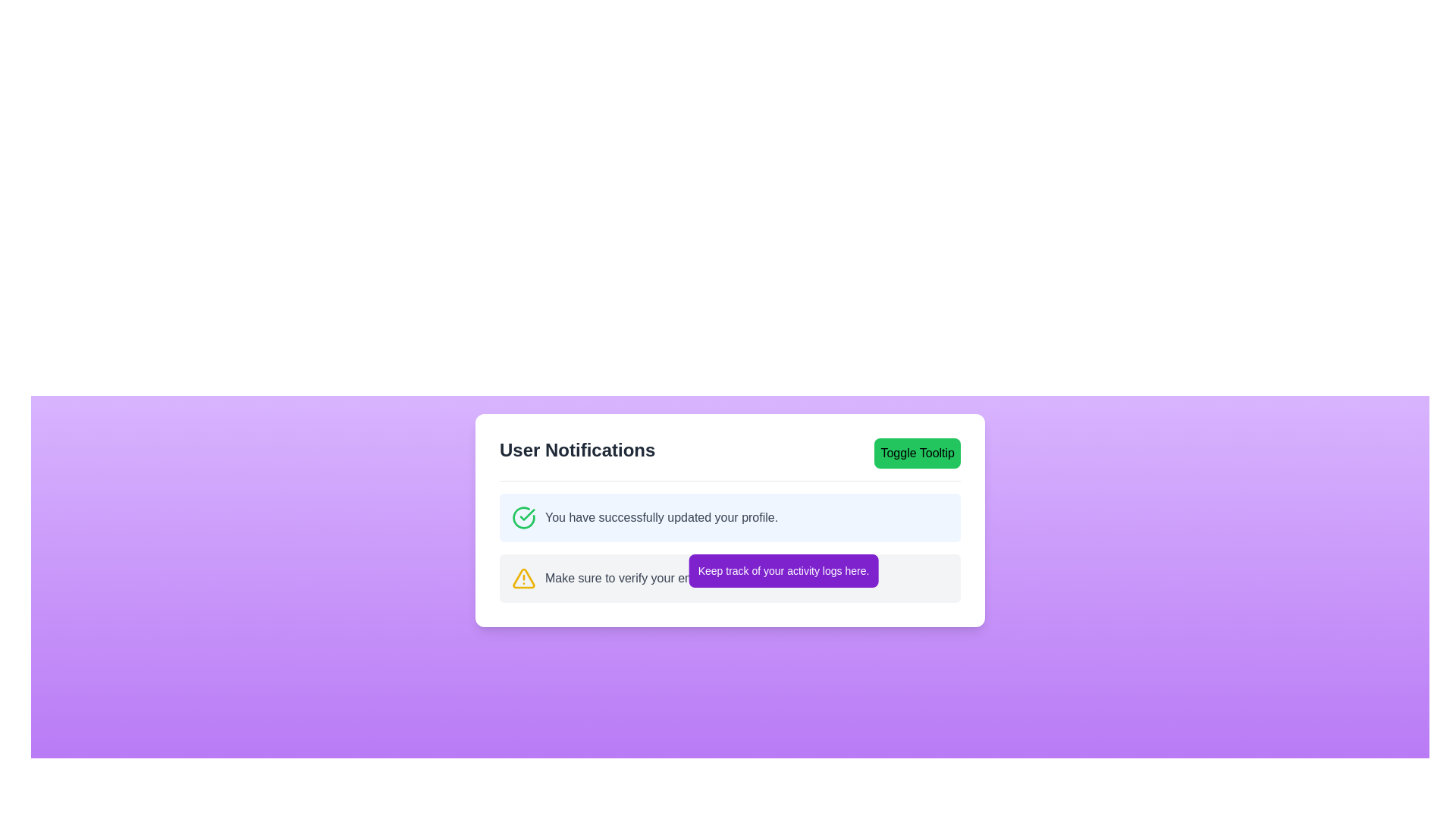  What do you see at coordinates (783, 570) in the screenshot?
I see `the tooltip element with a purple background that displays the text 'Keep track of your activity logs here.' located in the lower notification area to the right of the warning icon` at bounding box center [783, 570].